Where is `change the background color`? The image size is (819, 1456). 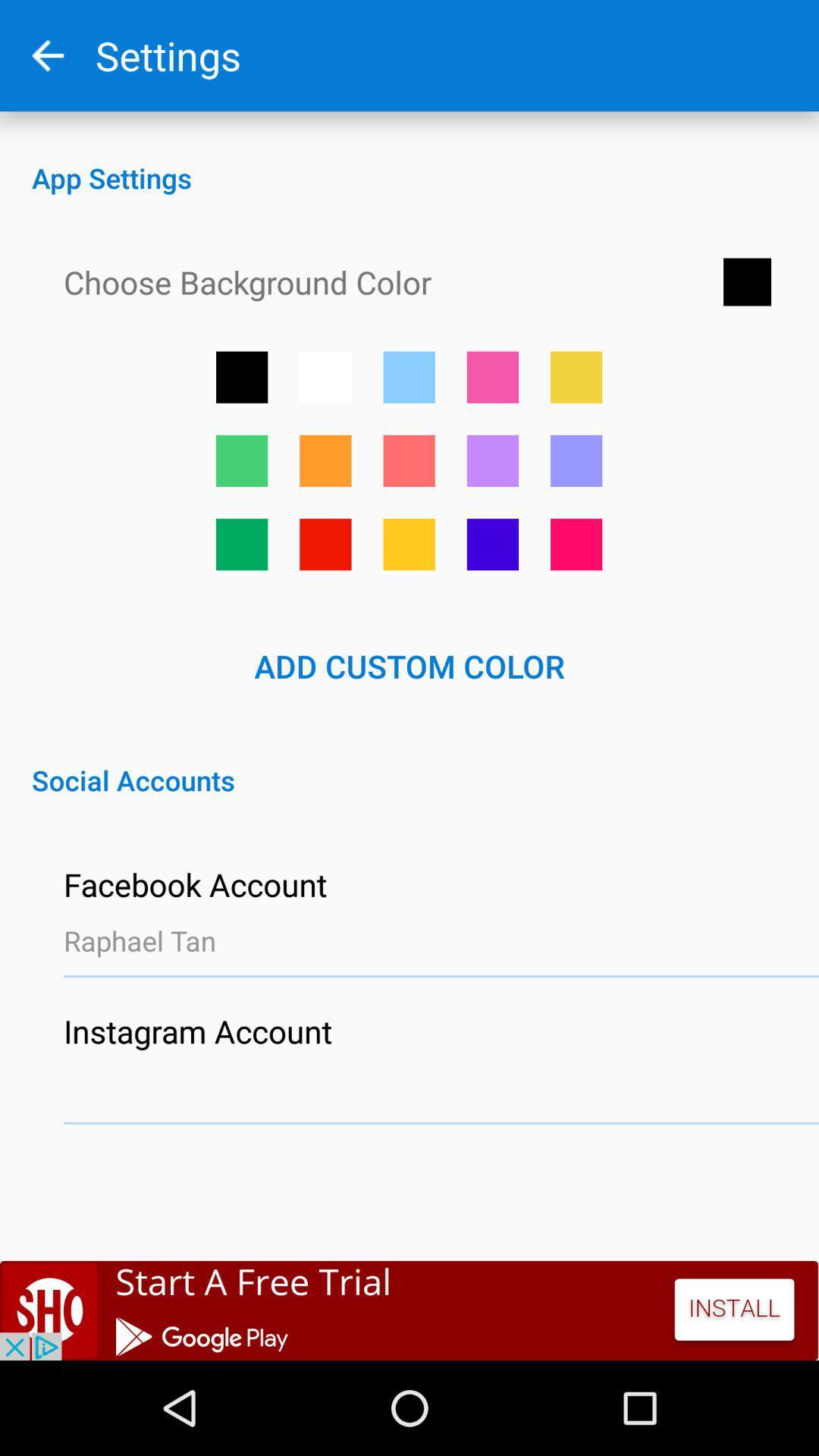 change the background color is located at coordinates (492, 544).